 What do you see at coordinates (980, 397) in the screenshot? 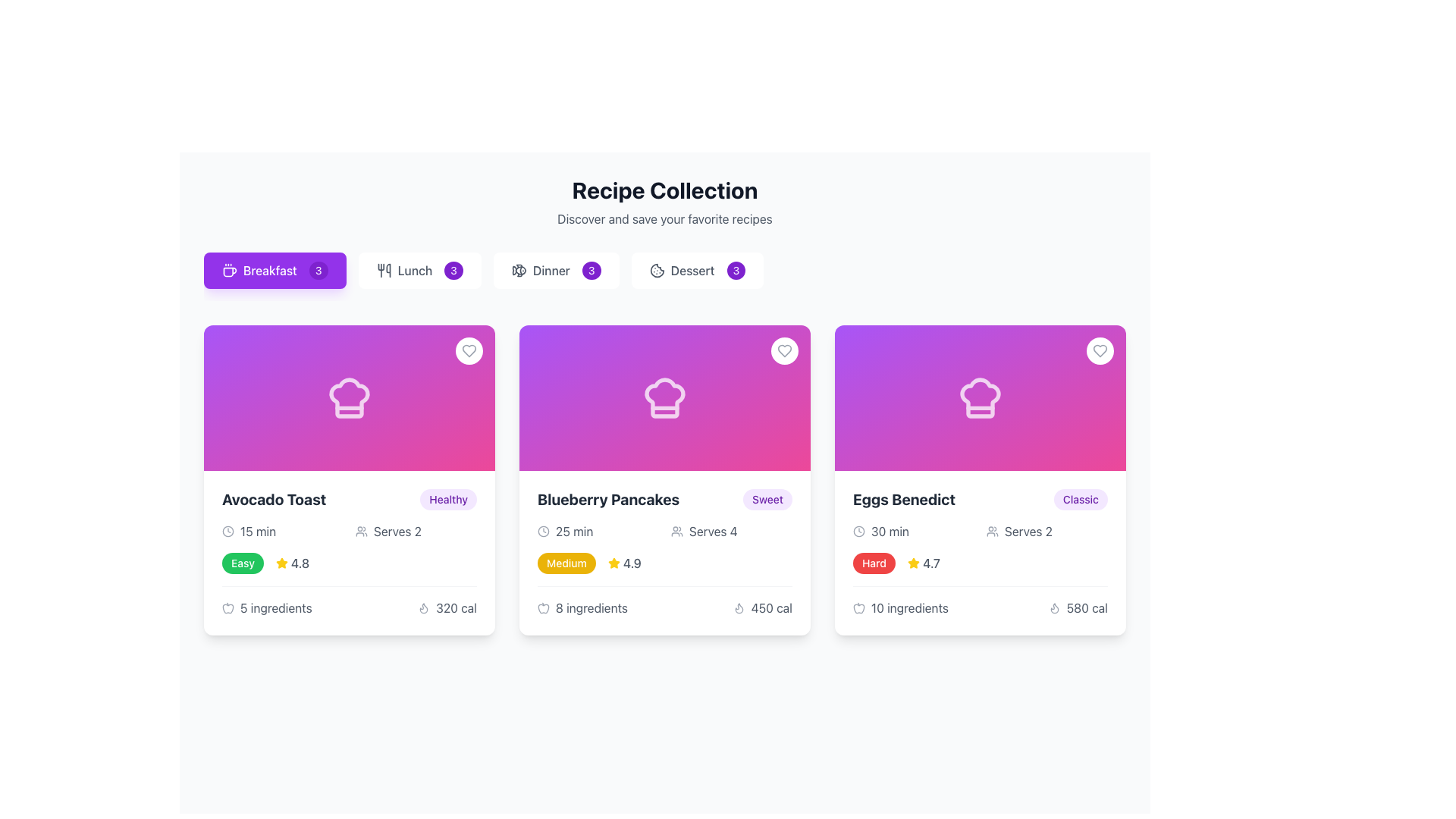
I see `the Decorative header image of the 'Eggs Benedict' card, which is a rectangular block with a gradient background from purple to pink and a white chef hat icon centered within it` at bounding box center [980, 397].